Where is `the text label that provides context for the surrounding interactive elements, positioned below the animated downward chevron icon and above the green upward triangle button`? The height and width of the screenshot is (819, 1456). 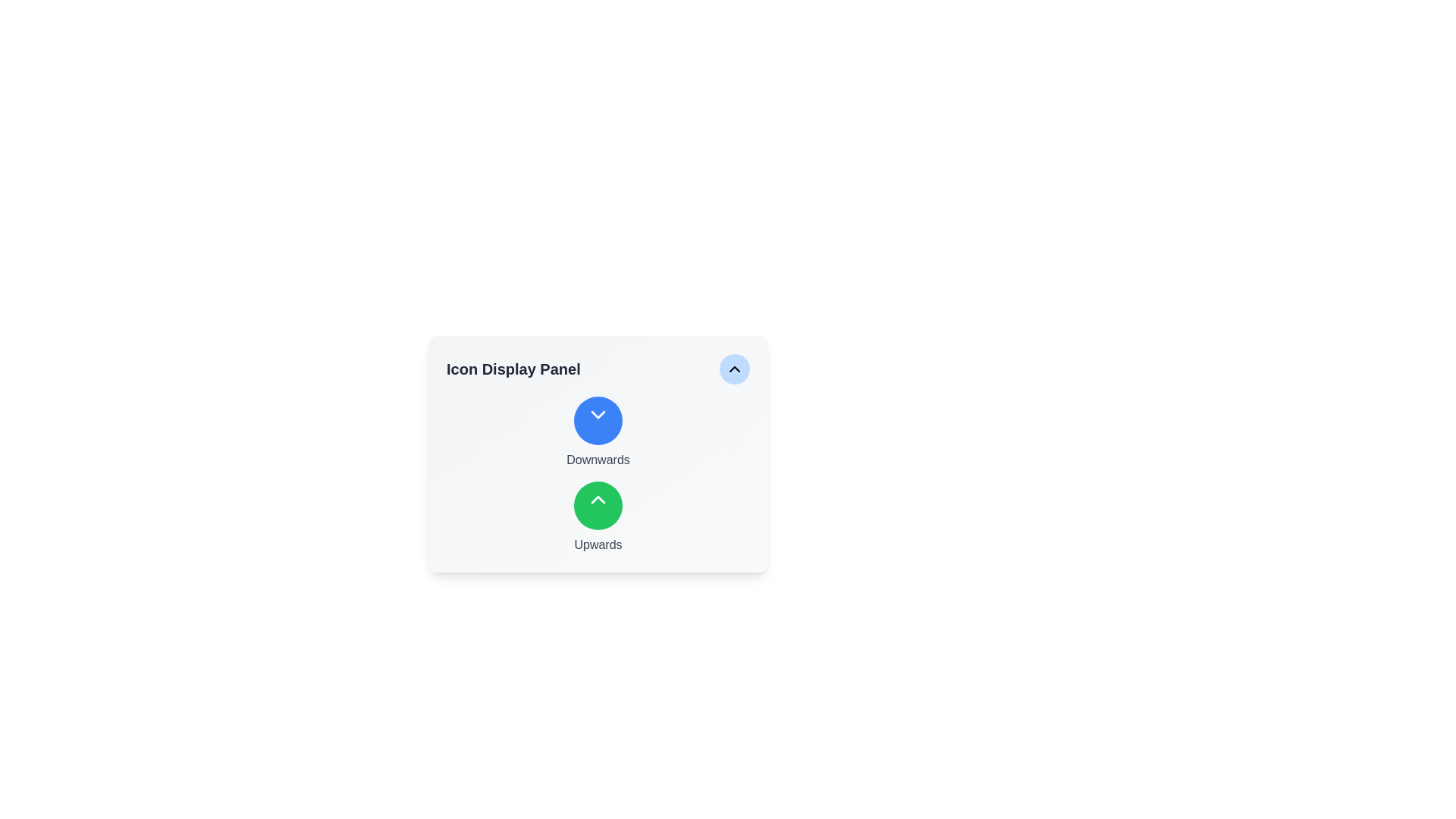 the text label that provides context for the surrounding interactive elements, positioned below the animated downward chevron icon and above the green upward triangle button is located at coordinates (597, 459).